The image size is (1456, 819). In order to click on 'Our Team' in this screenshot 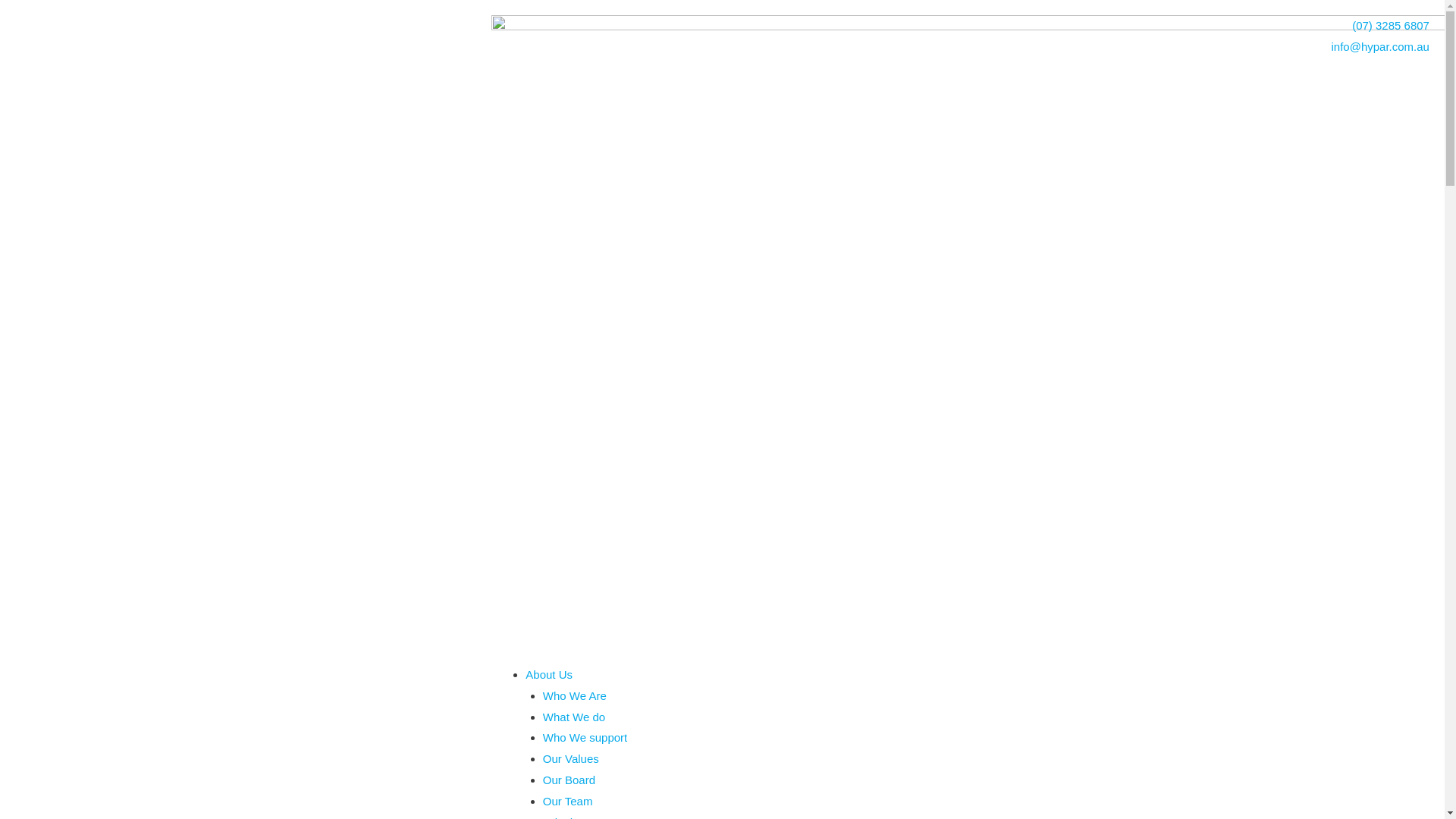, I will do `click(566, 800)`.